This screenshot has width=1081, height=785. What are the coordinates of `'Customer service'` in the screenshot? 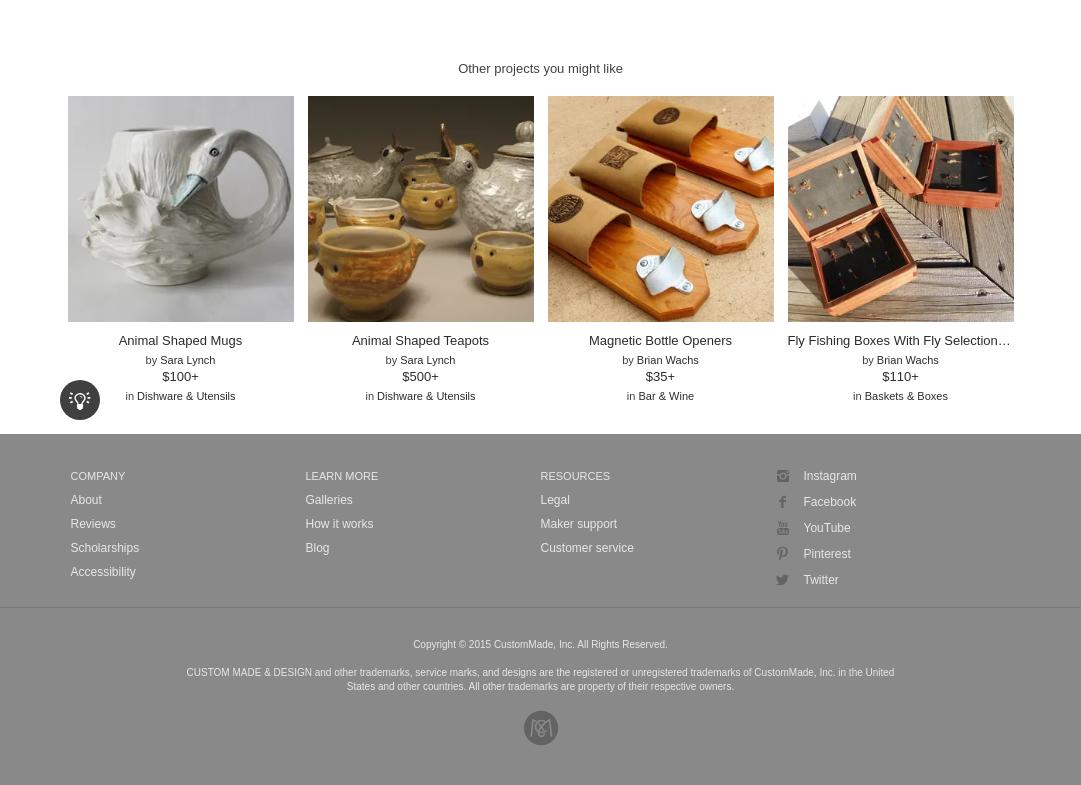 It's located at (585, 546).